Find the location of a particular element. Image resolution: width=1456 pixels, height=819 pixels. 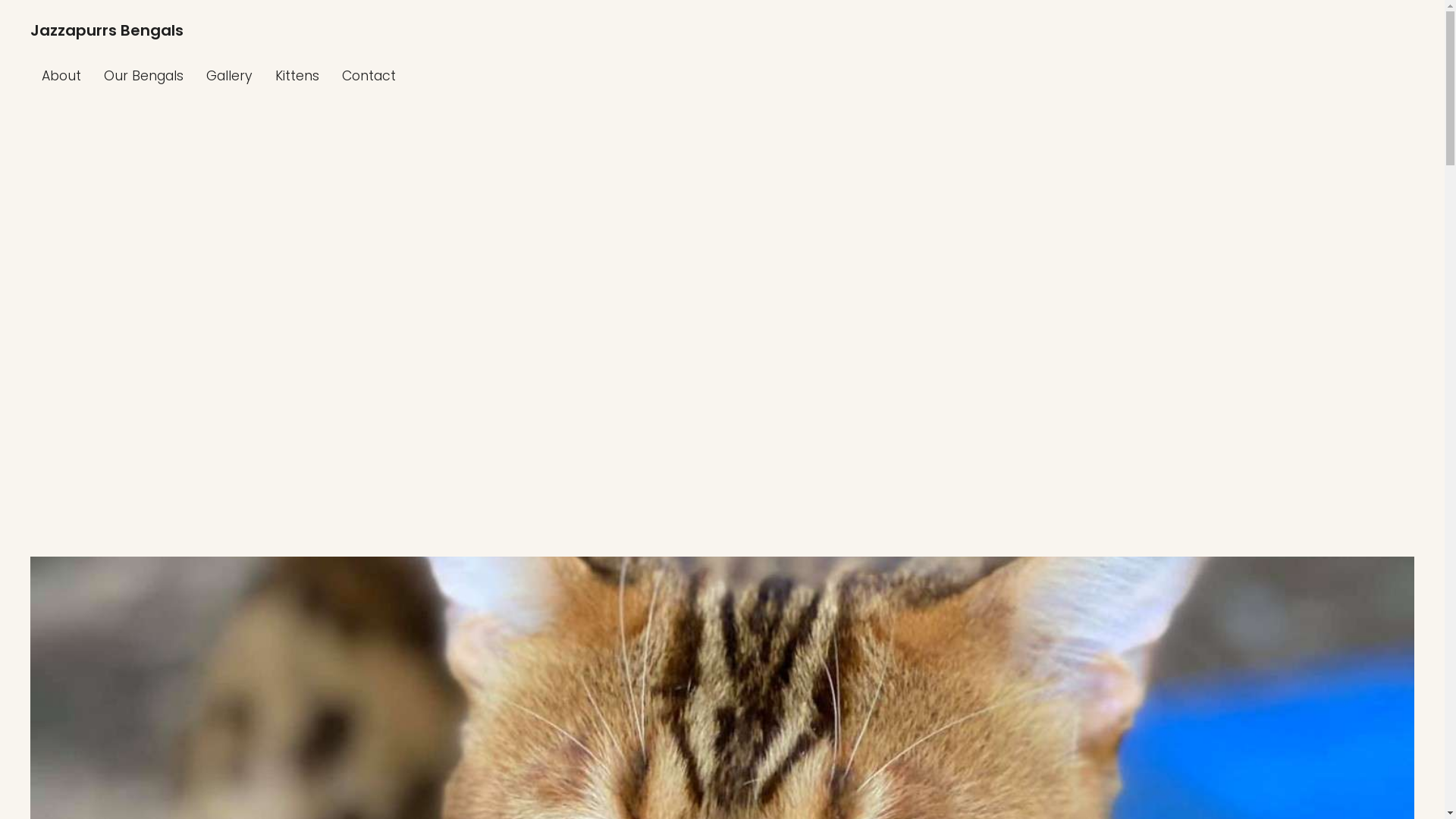

'Our Bengals' is located at coordinates (91, 76).